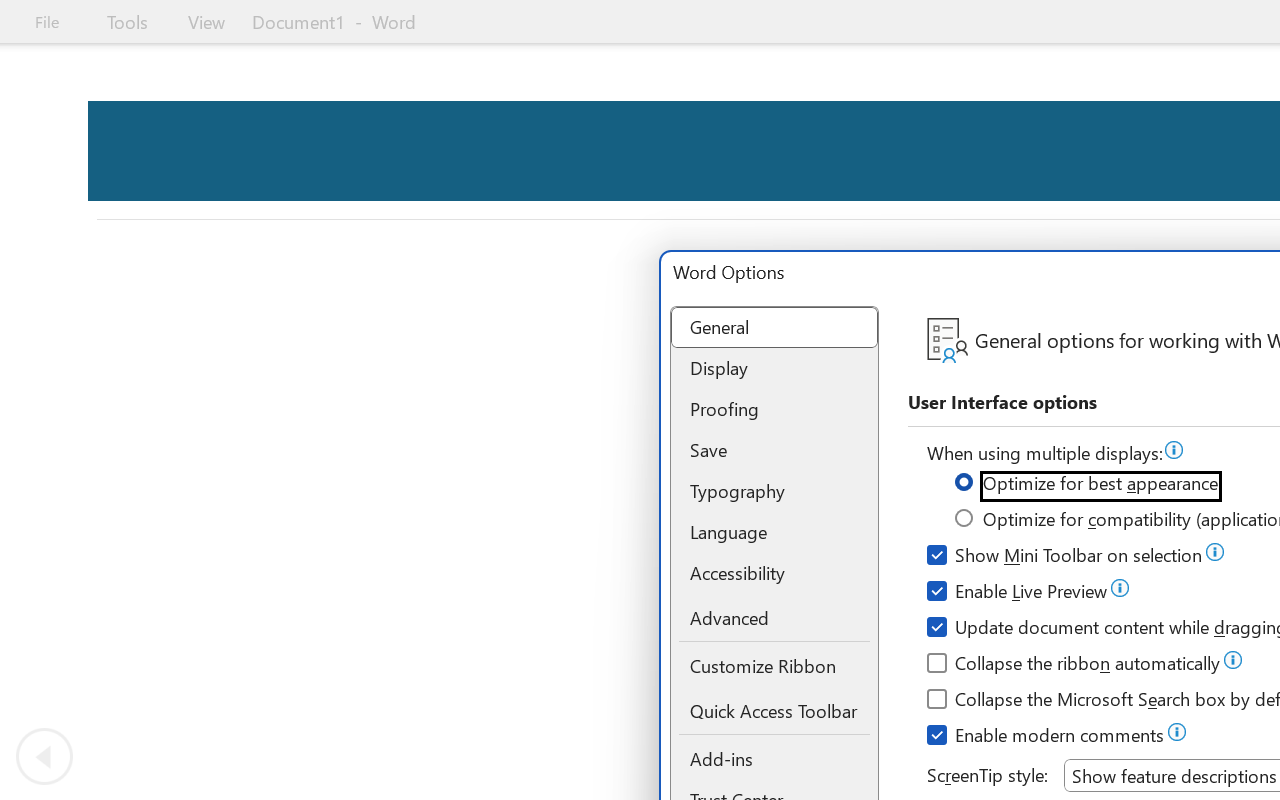 The width and height of the screenshot is (1280, 800). Describe the element at coordinates (773, 326) in the screenshot. I see `'General'` at that location.